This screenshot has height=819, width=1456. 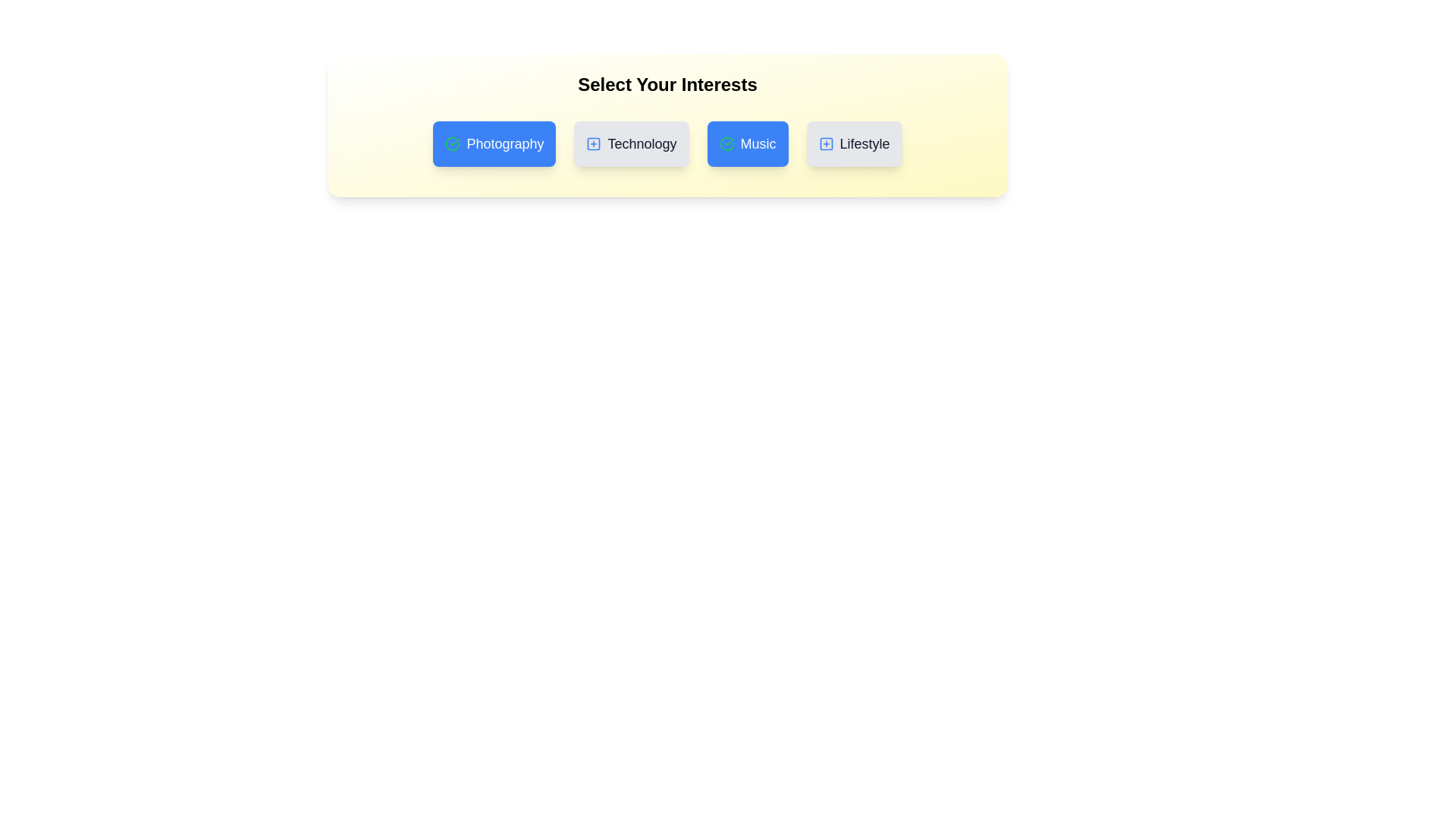 What do you see at coordinates (494, 143) in the screenshot?
I see `the tag Photography to observe the hover effect` at bounding box center [494, 143].